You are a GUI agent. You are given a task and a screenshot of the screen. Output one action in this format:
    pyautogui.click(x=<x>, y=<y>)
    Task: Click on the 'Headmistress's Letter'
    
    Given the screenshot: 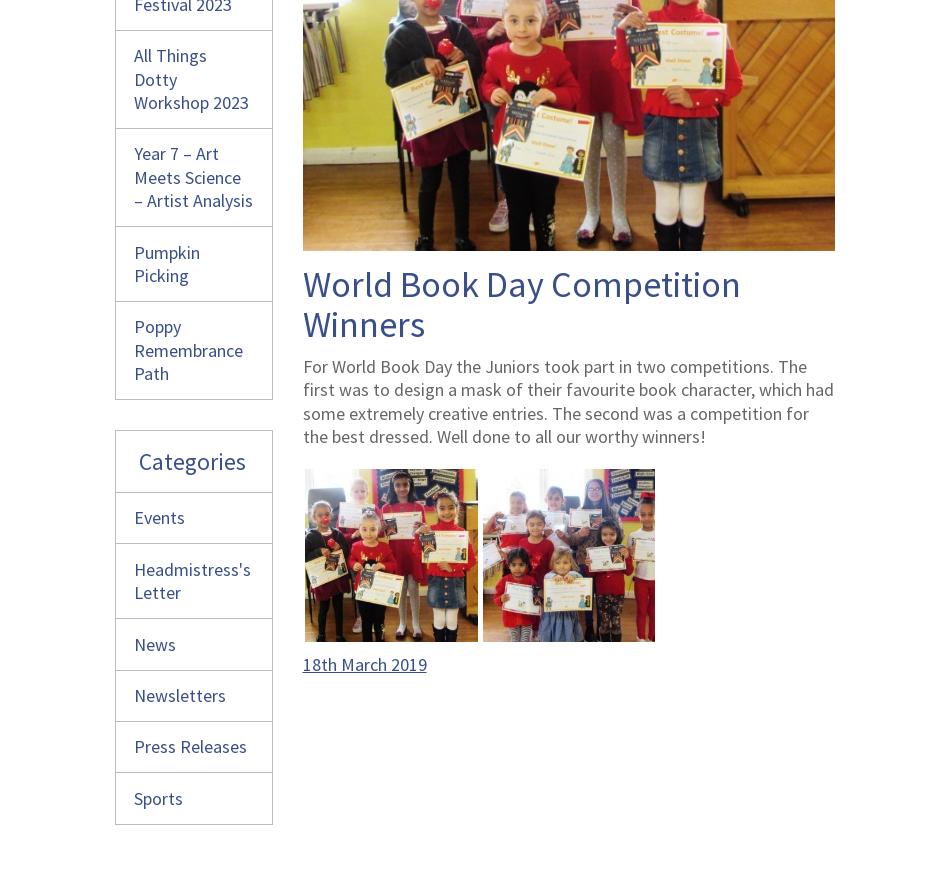 What is the action you would take?
    pyautogui.click(x=192, y=580)
    